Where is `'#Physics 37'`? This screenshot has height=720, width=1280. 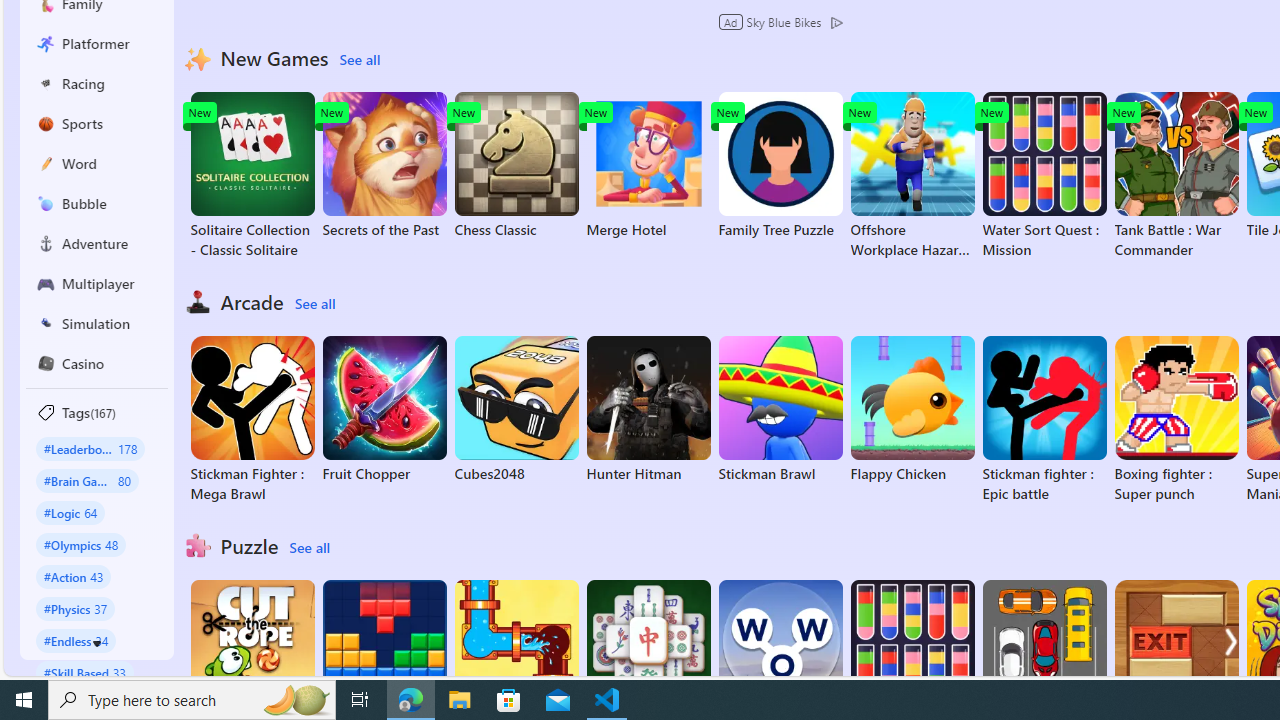 '#Physics 37' is located at coordinates (76, 607).